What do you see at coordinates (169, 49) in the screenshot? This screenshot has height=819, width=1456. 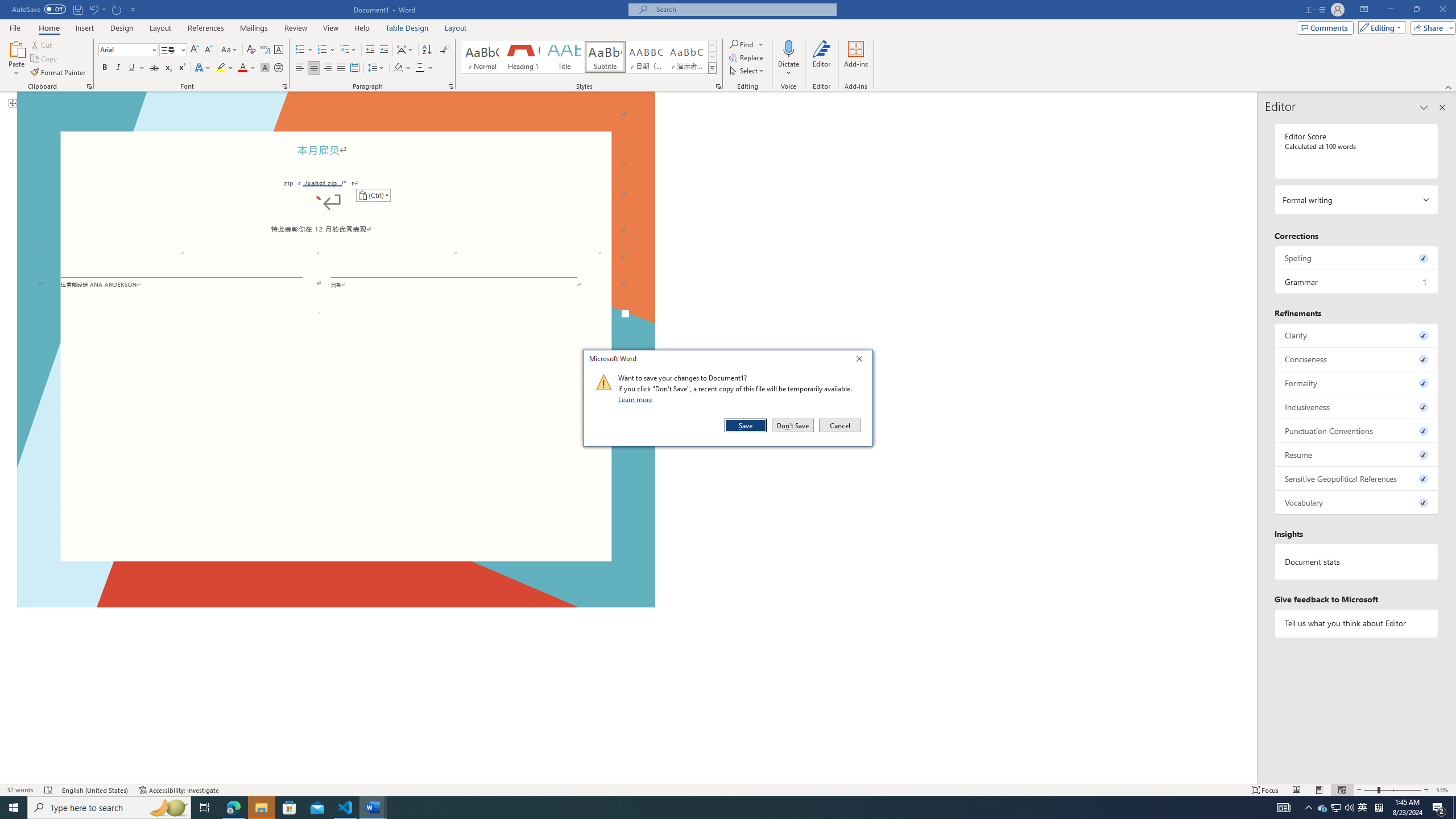 I see `'Font Size'` at bounding box center [169, 49].